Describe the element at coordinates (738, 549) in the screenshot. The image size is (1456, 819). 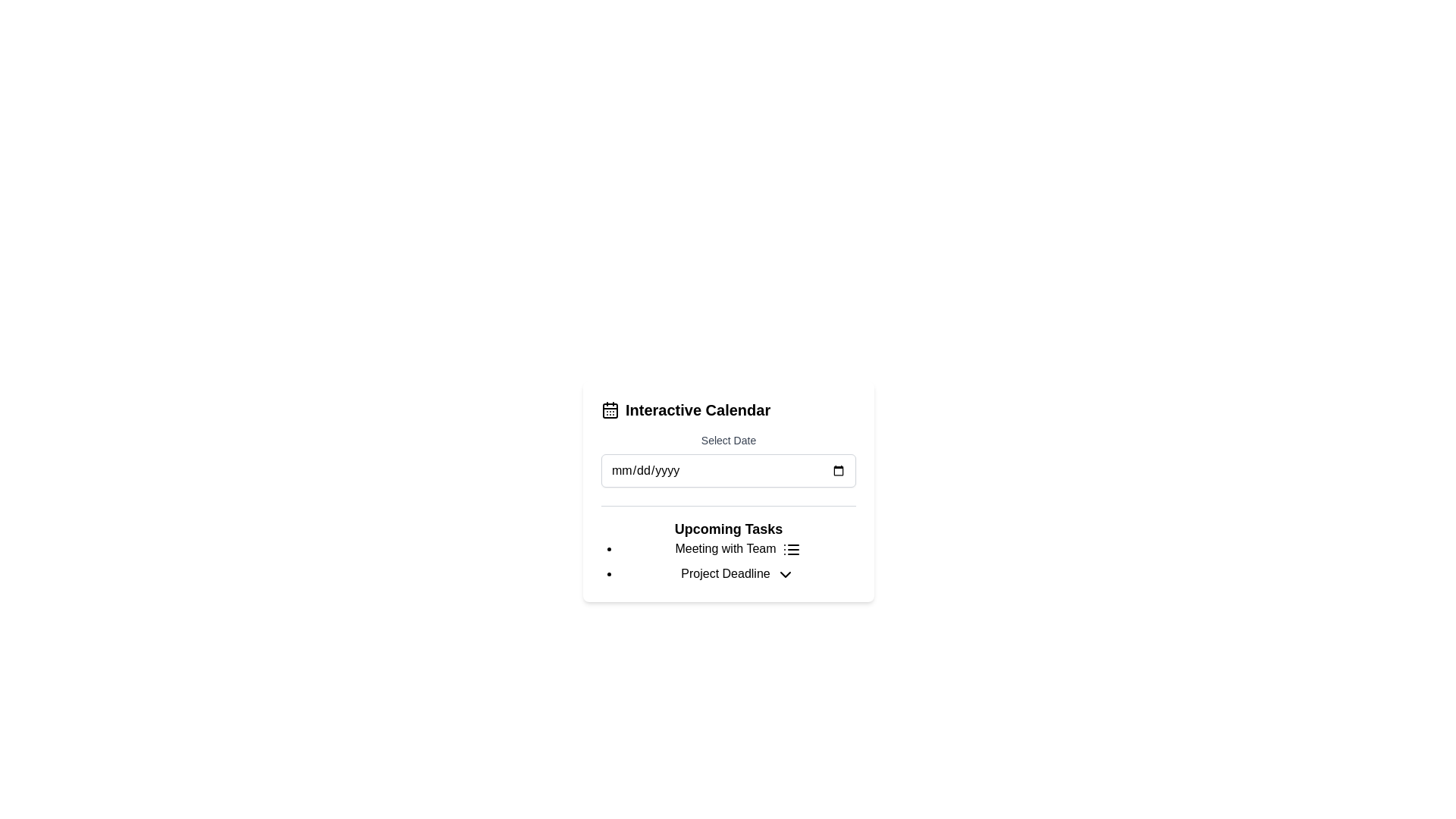
I see `the 'Meeting with Team' task in the Upcoming Tasks list` at that location.